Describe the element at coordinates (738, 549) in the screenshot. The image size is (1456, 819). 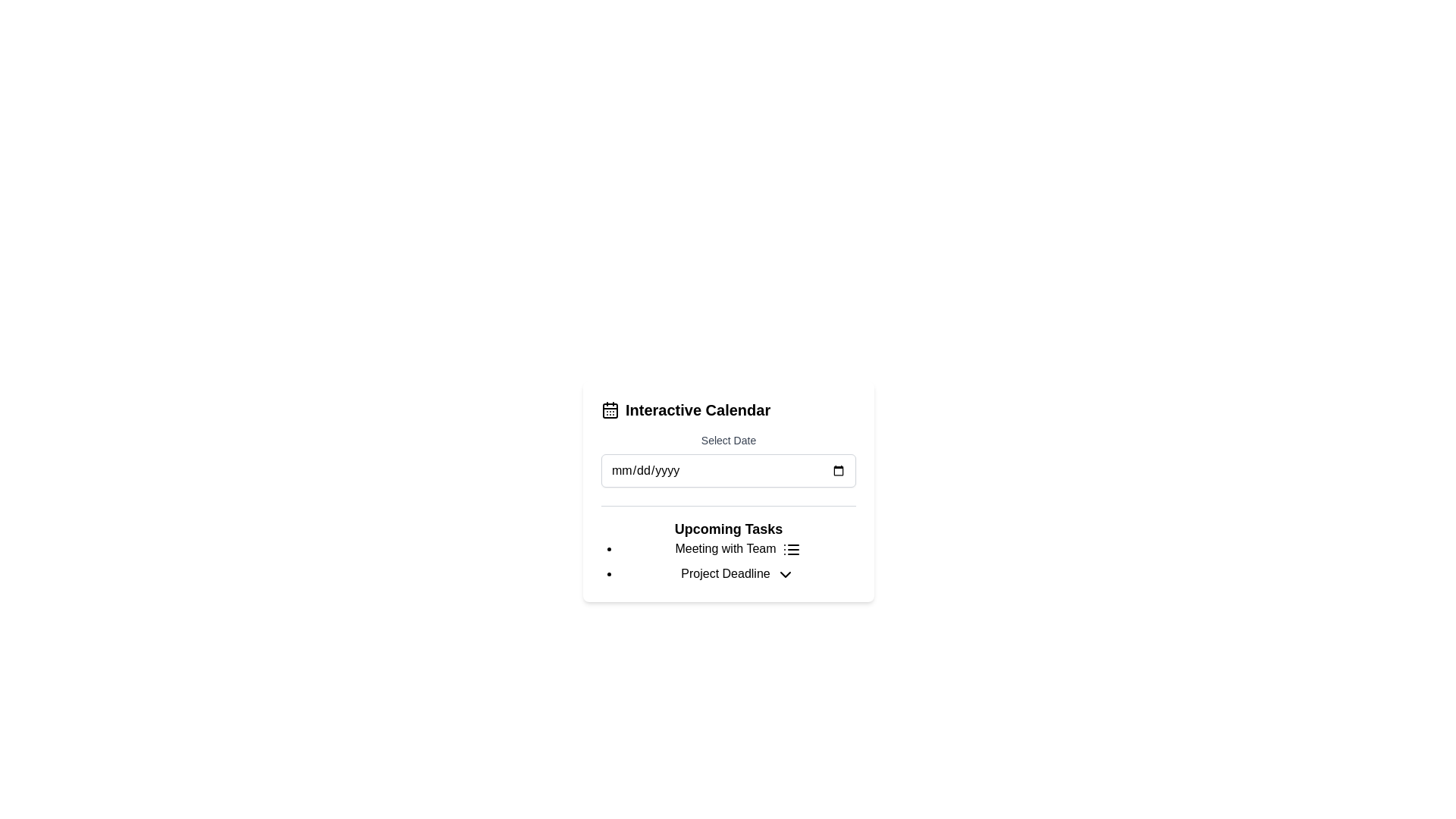
I see `the 'Meeting with Team' task in the Upcoming Tasks list` at that location.